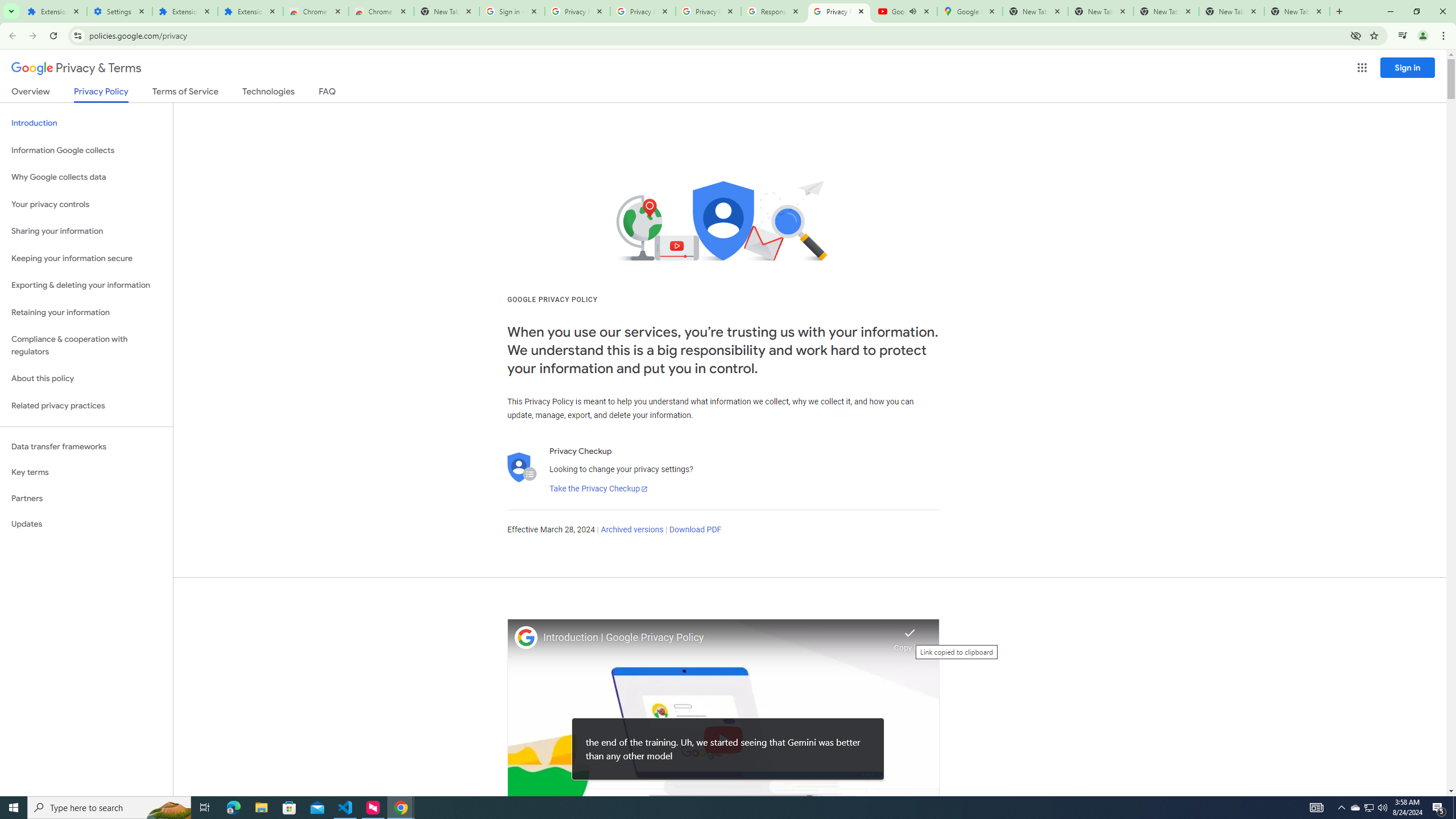 This screenshot has width=1456, height=819. What do you see at coordinates (380, 11) in the screenshot?
I see `'Chrome Web Store - Themes'` at bounding box center [380, 11].